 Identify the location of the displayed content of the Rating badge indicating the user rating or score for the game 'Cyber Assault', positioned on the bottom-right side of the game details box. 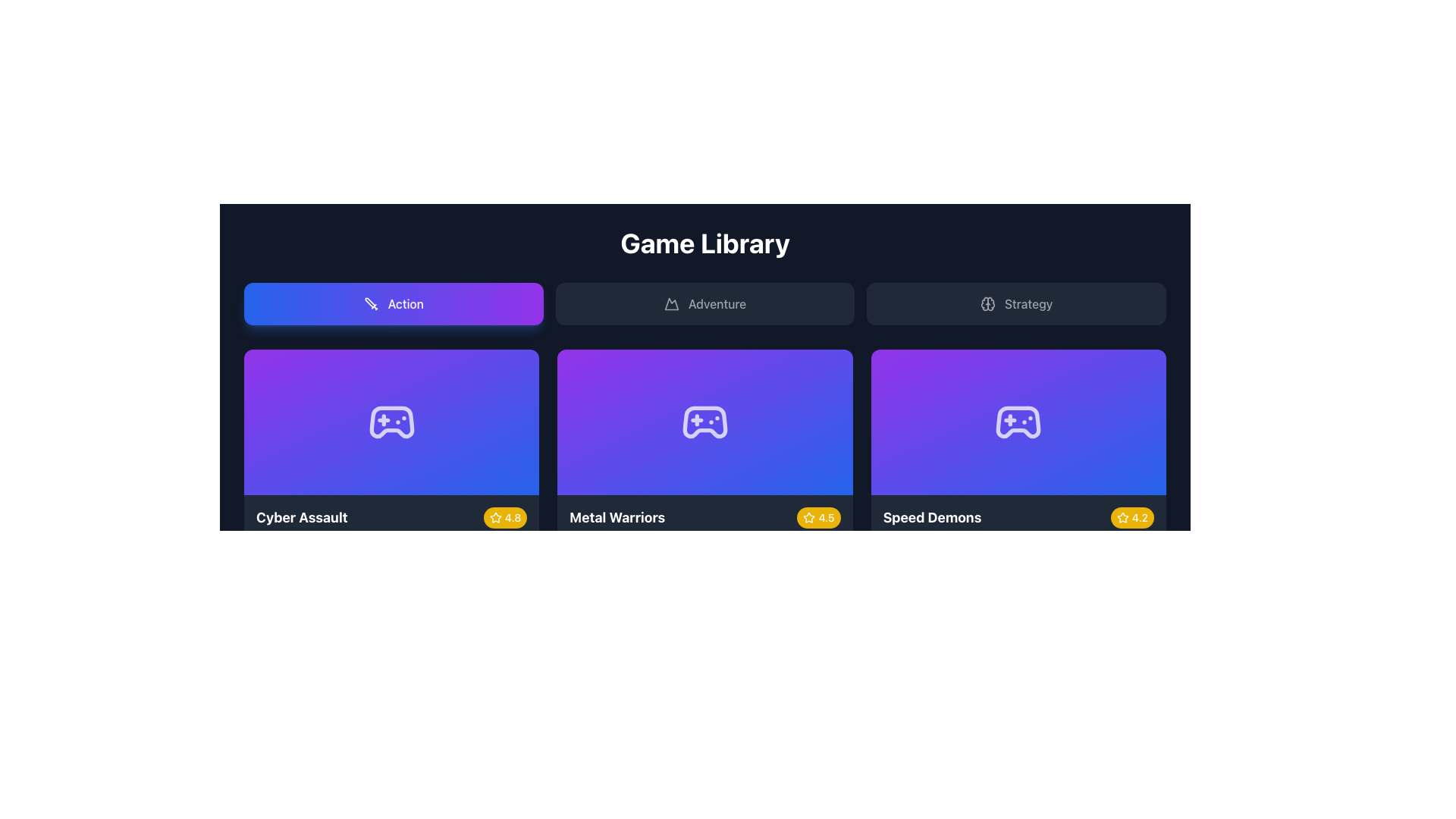
(505, 516).